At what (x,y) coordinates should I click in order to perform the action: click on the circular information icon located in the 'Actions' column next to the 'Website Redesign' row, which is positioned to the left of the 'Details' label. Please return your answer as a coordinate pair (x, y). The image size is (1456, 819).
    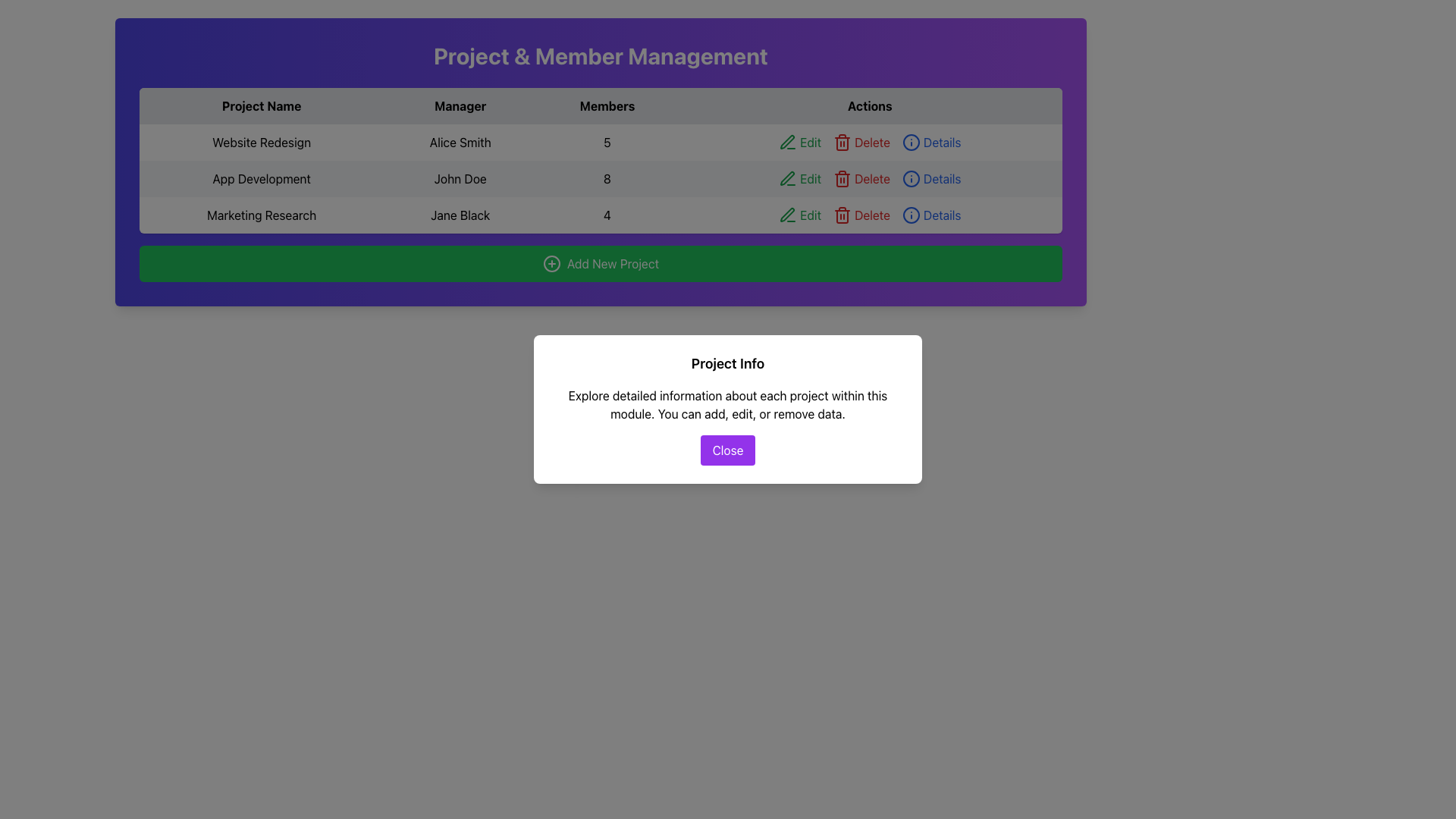
    Looking at the image, I should click on (910, 143).